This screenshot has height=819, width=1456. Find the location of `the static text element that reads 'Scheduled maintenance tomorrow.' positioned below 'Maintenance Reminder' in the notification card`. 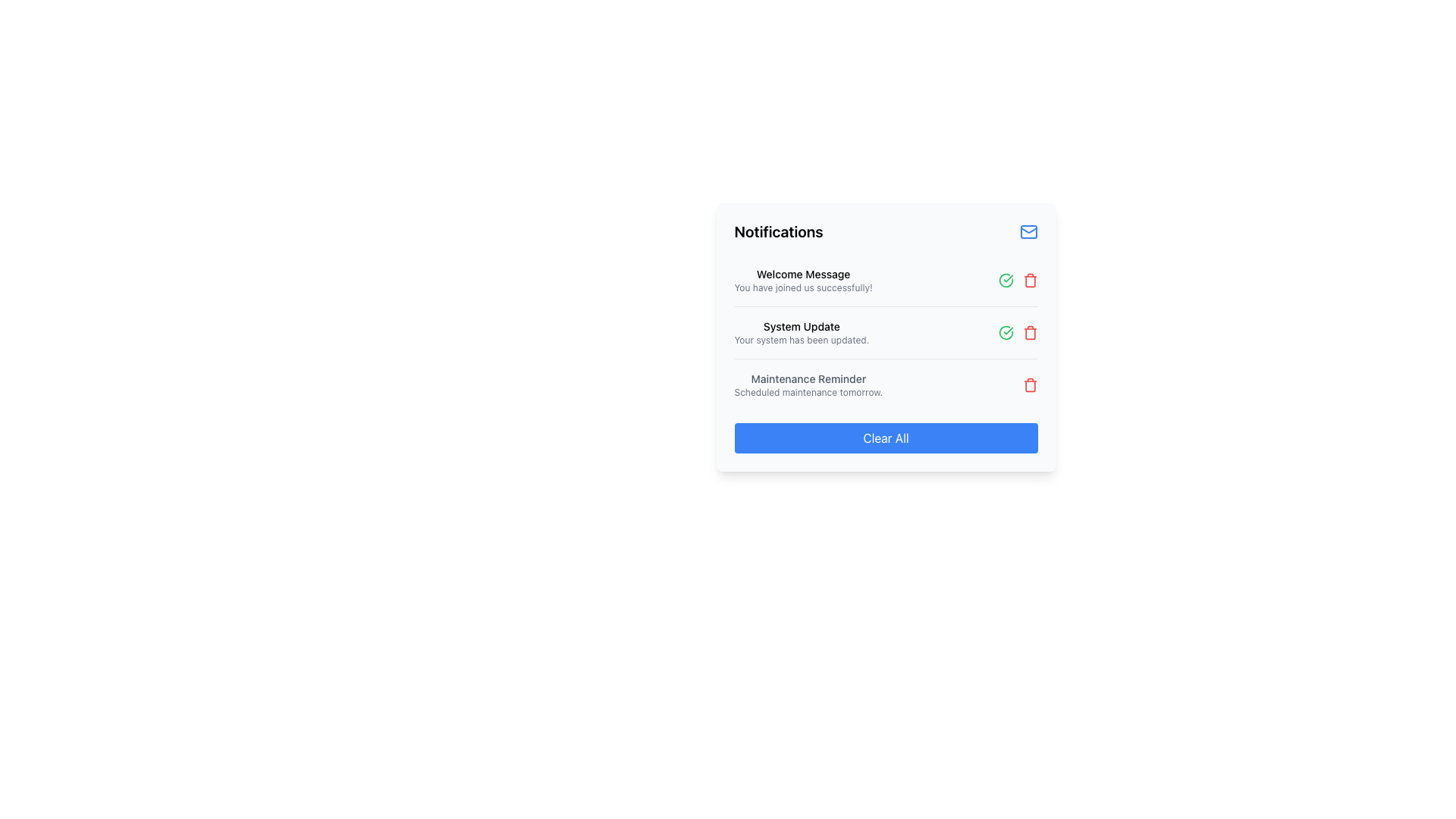

the static text element that reads 'Scheduled maintenance tomorrow.' positioned below 'Maintenance Reminder' in the notification card is located at coordinates (808, 391).